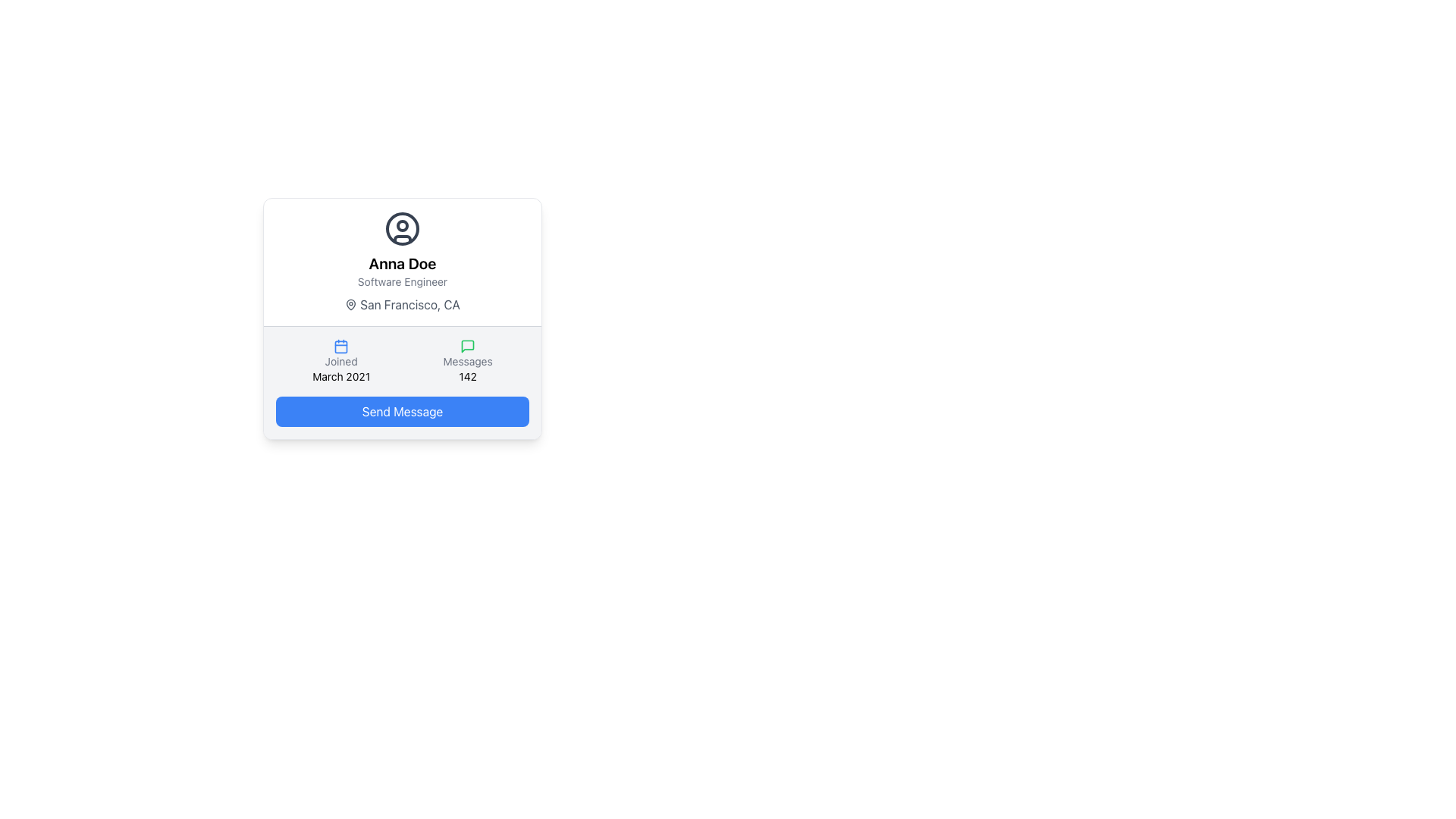 The image size is (1456, 819). Describe the element at coordinates (340, 362) in the screenshot. I see `the informational text group that includes a blue calendar icon, with the text 'Joined' in gray and 'March 2021' in black, located in the lower section of the panel` at that location.